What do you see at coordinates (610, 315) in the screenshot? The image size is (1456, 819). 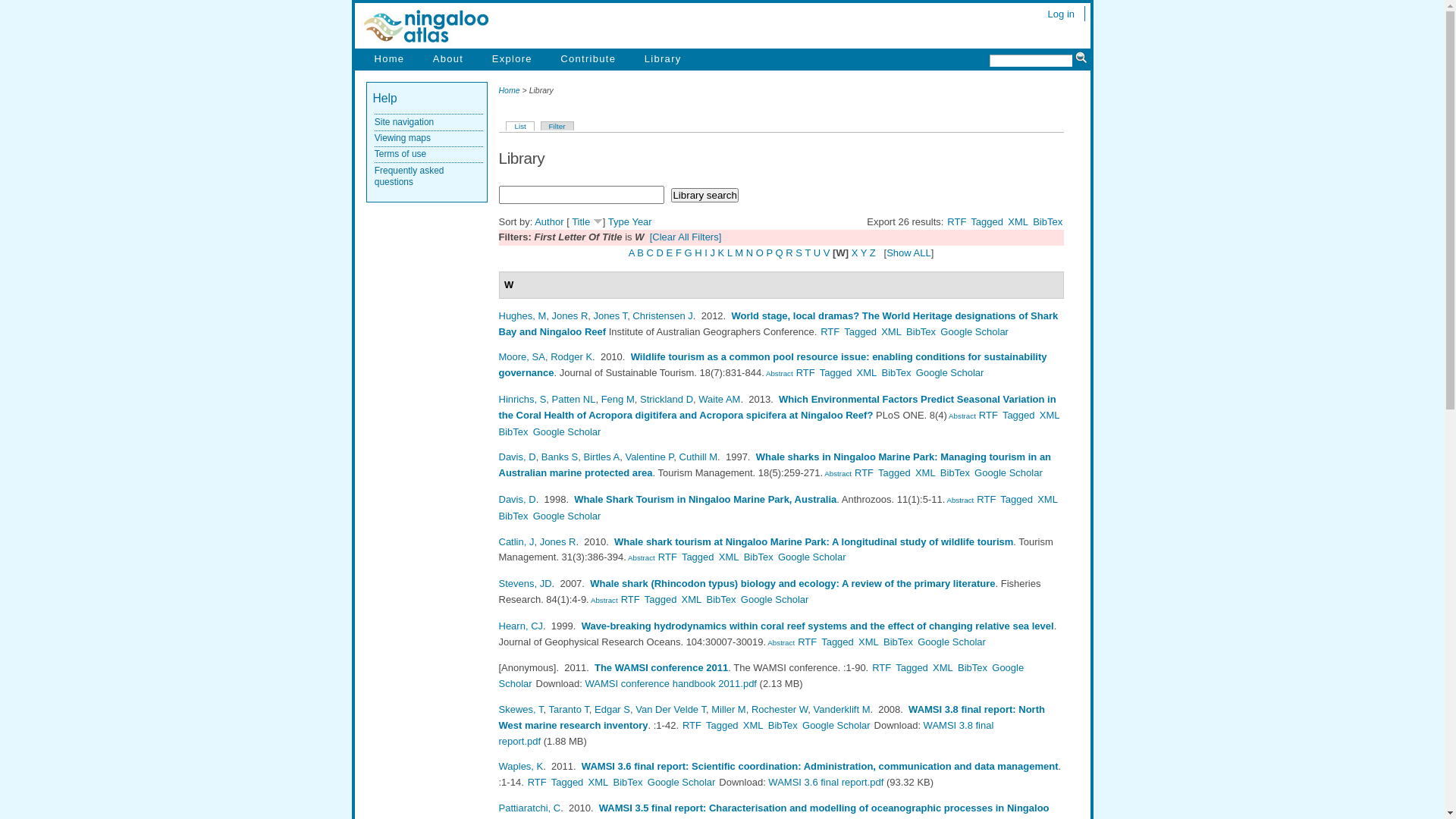 I see `'Jones T'` at bounding box center [610, 315].